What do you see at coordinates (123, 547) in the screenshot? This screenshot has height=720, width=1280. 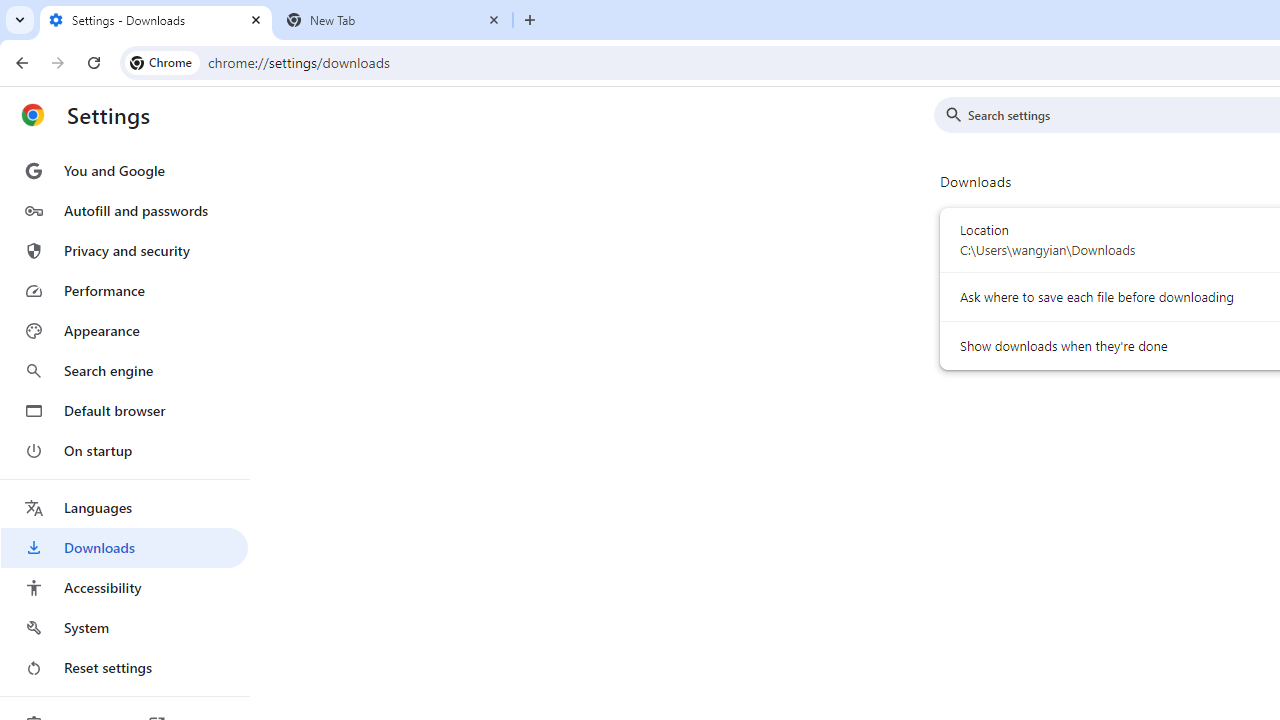 I see `'Downloads'` at bounding box center [123, 547].